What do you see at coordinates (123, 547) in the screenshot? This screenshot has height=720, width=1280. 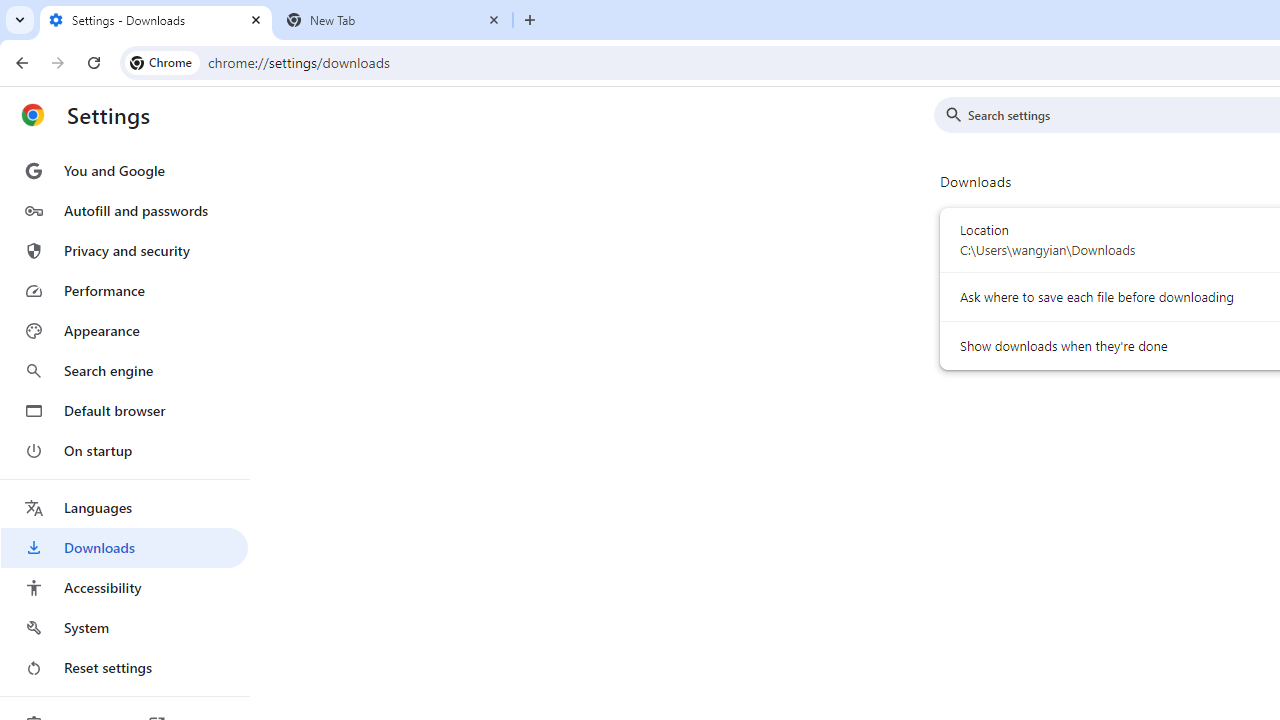 I see `'Downloads'` at bounding box center [123, 547].